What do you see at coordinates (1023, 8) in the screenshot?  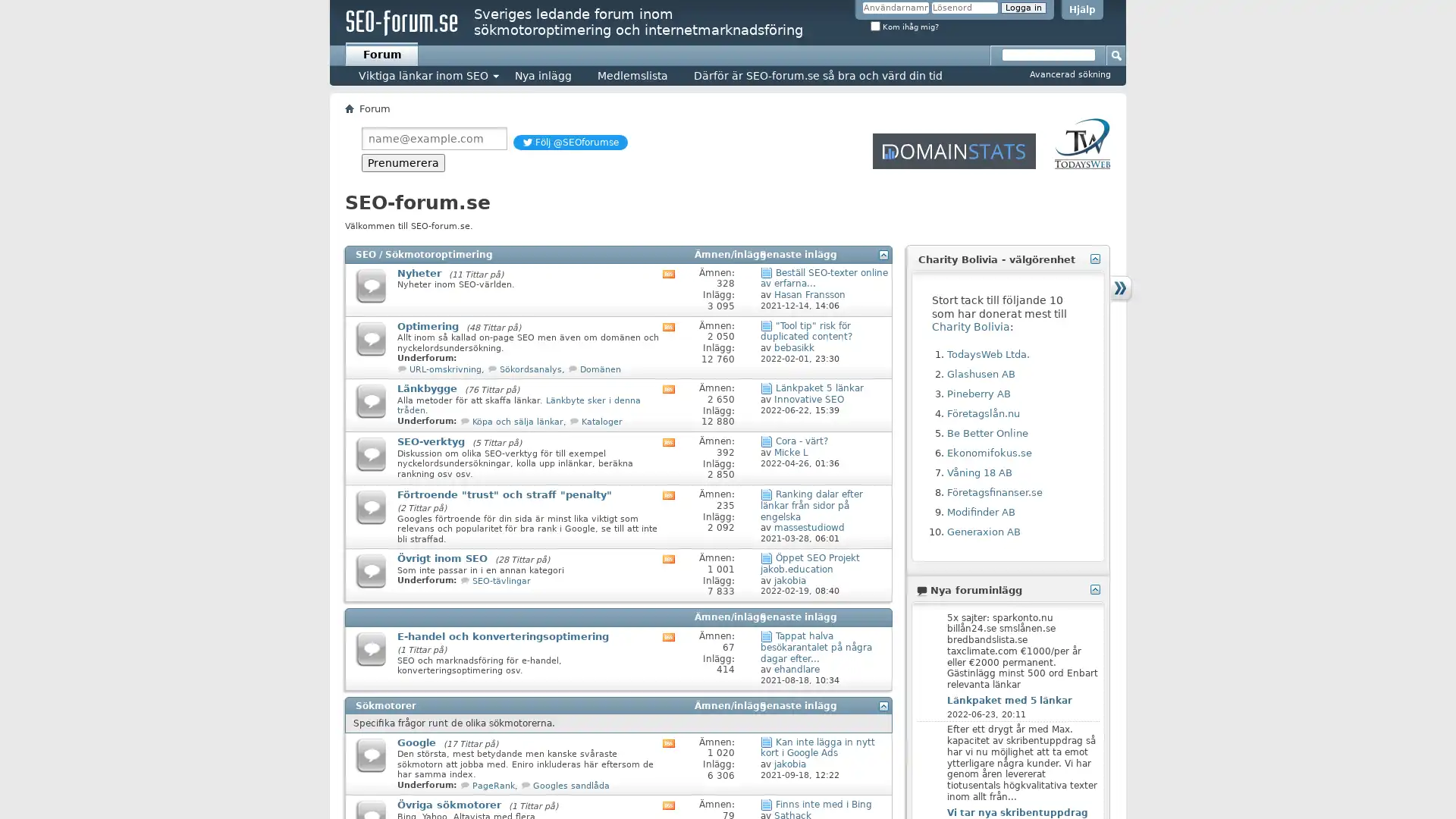 I see `Logga in` at bounding box center [1023, 8].